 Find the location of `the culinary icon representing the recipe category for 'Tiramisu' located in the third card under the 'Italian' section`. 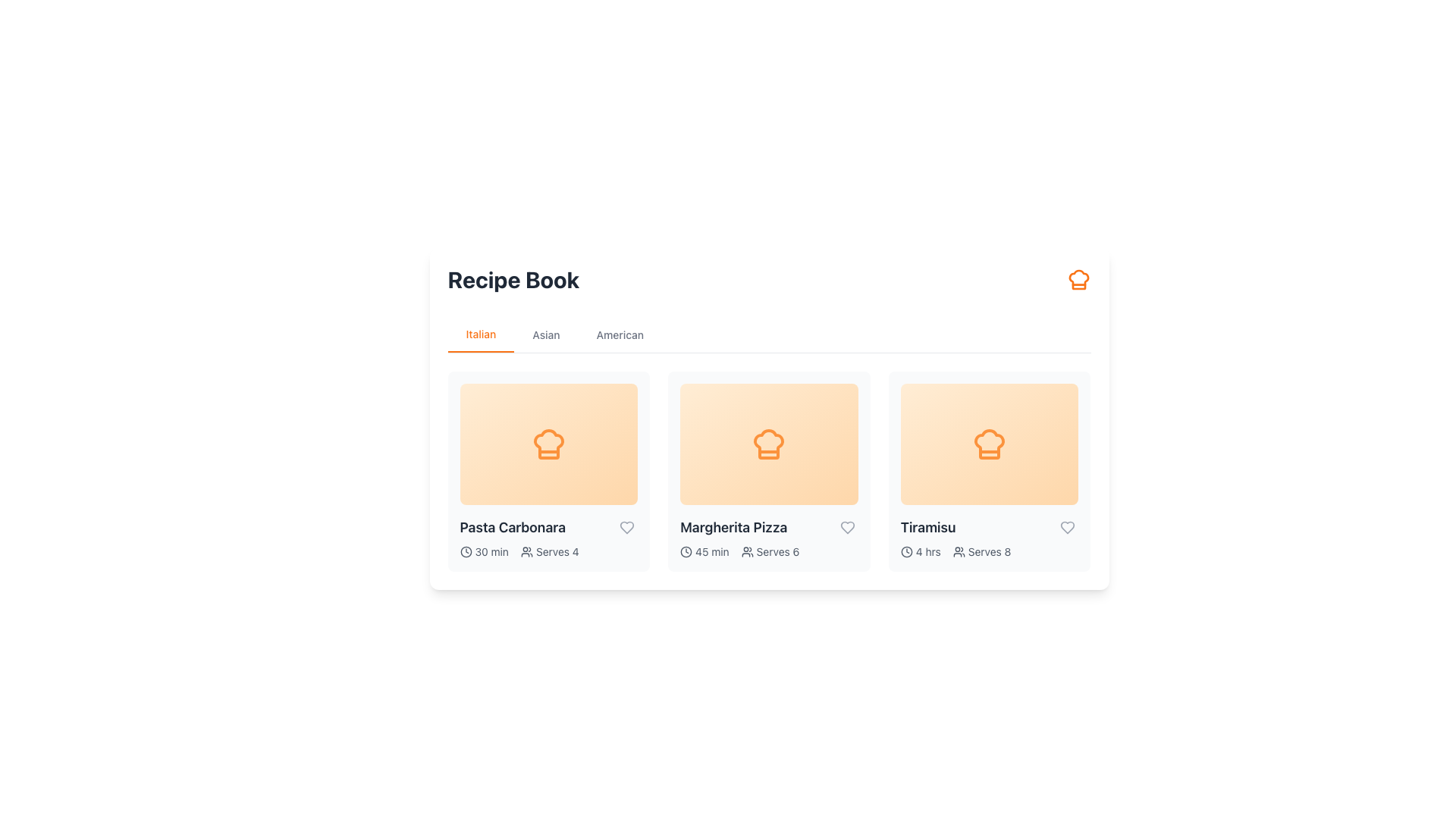

the culinary icon representing the recipe category for 'Tiramisu' located in the third card under the 'Italian' section is located at coordinates (990, 444).